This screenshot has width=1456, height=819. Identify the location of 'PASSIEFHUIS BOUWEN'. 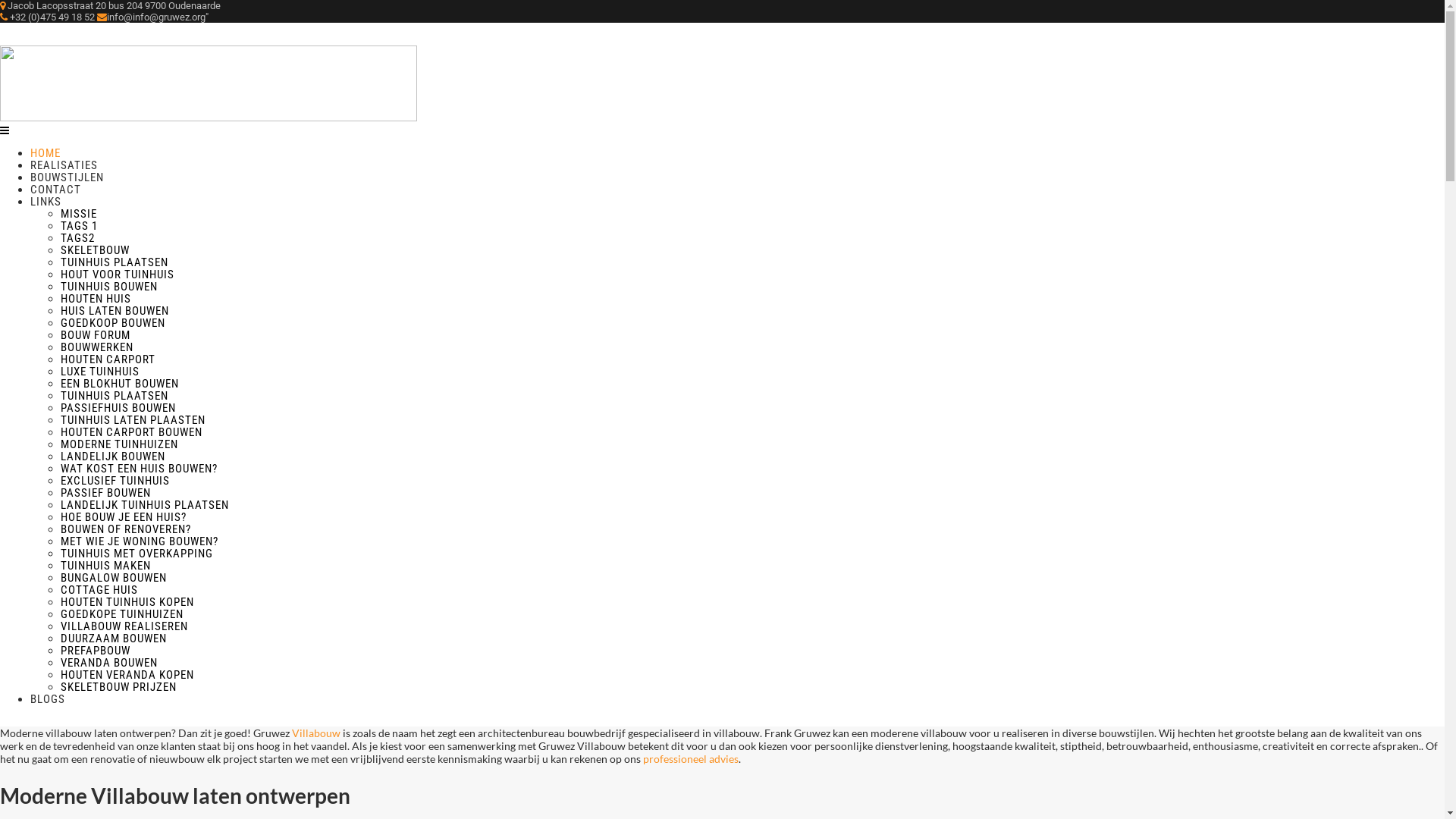
(118, 406).